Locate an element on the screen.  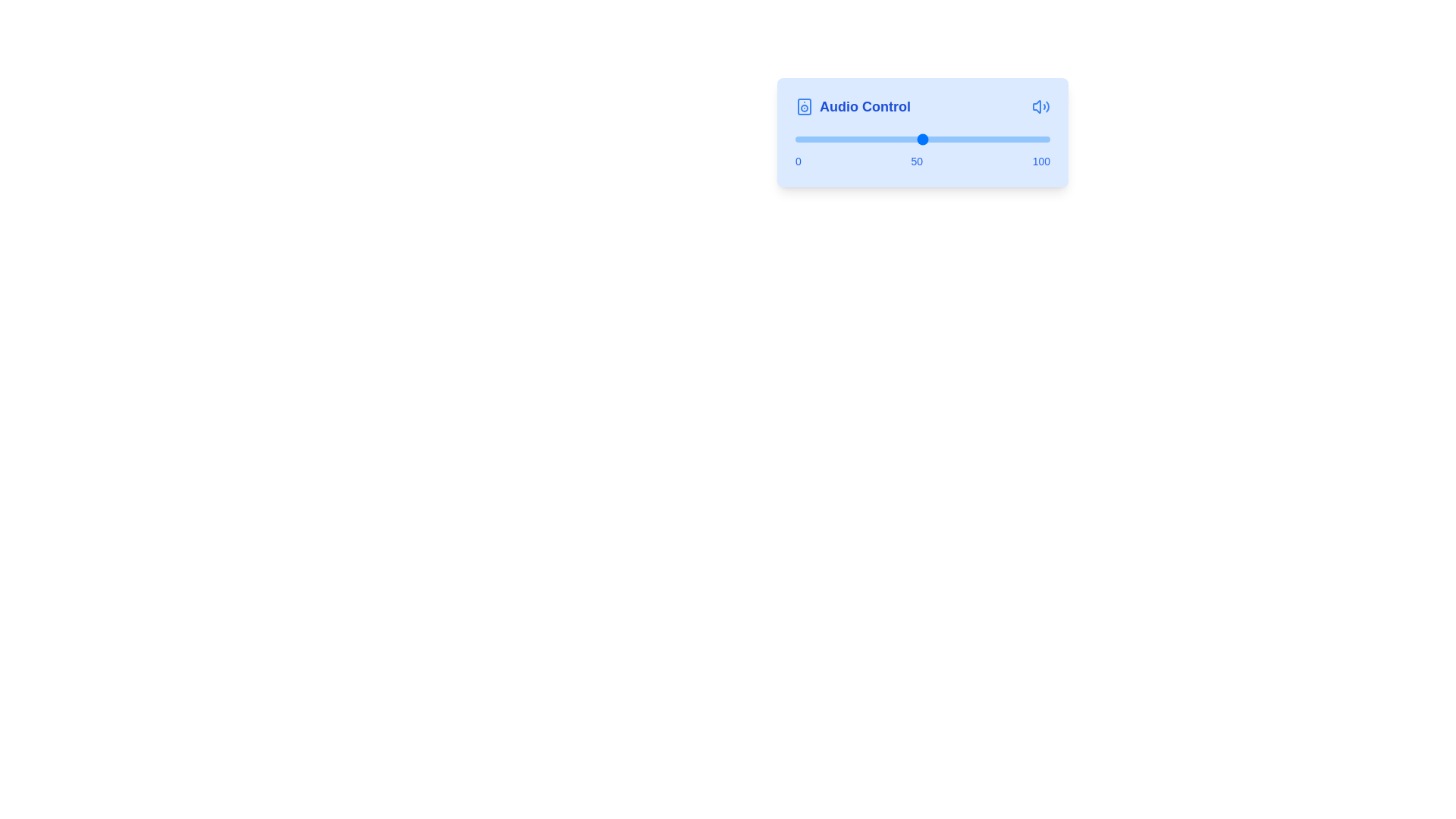
the audio level is located at coordinates (1046, 140).